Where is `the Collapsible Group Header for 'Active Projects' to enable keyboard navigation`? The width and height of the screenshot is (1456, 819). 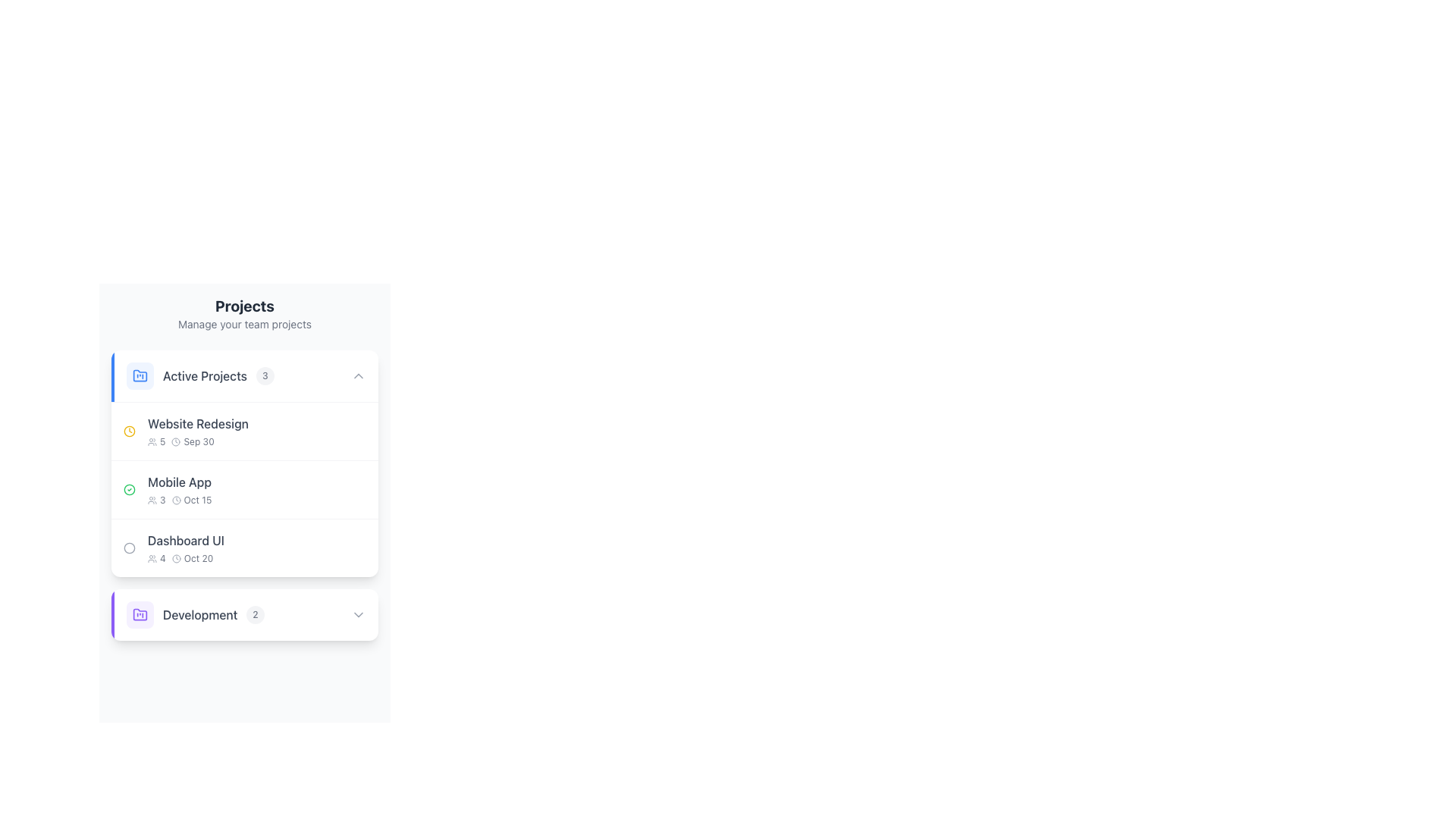
the Collapsible Group Header for 'Active Projects' to enable keyboard navigation is located at coordinates (244, 375).